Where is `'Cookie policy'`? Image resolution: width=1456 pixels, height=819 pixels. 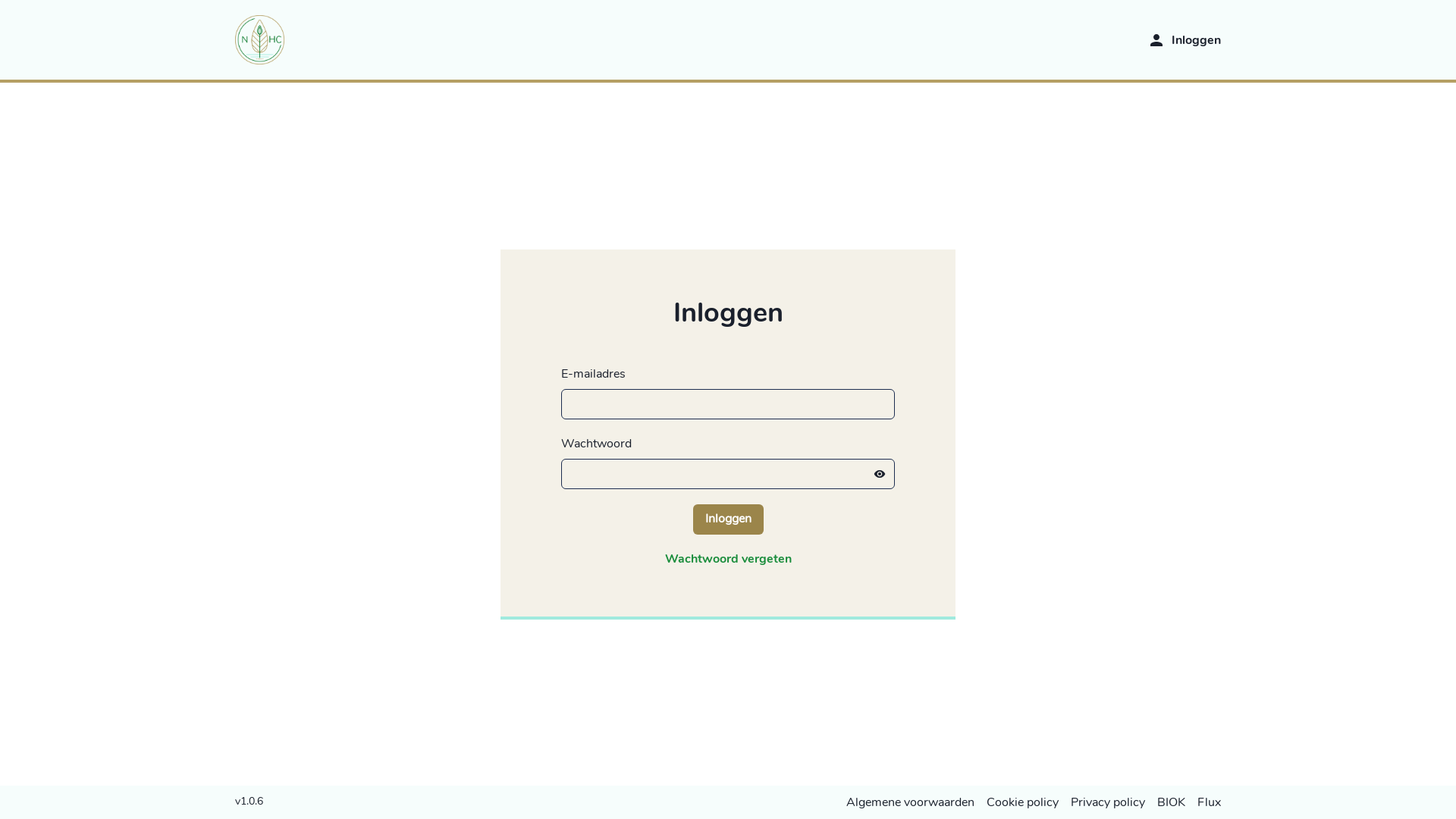
'Cookie policy' is located at coordinates (986, 801).